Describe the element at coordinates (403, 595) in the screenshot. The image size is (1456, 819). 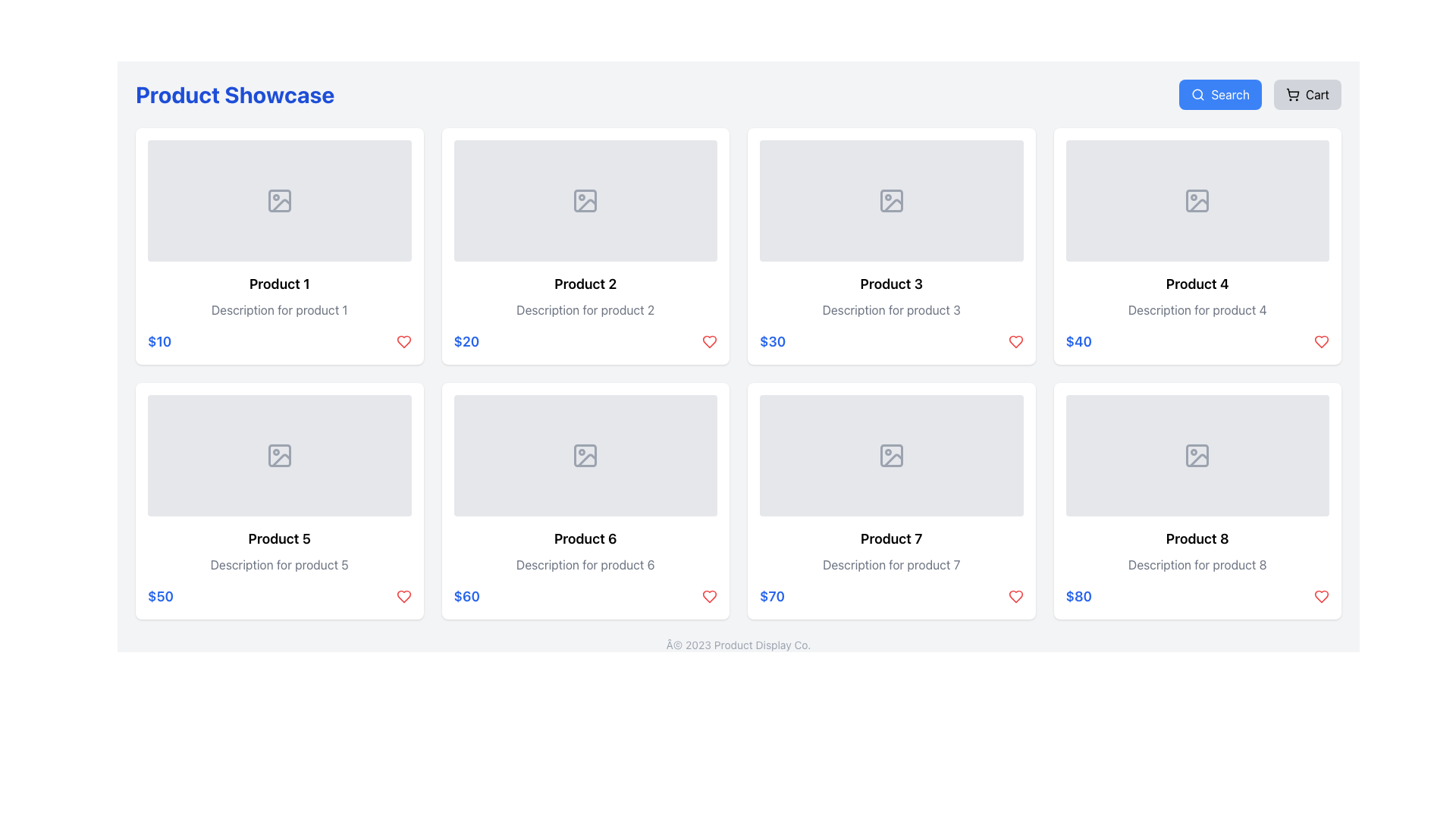
I see `the heart icon located in the bottom-right corner of the 'Product 5' card` at that location.